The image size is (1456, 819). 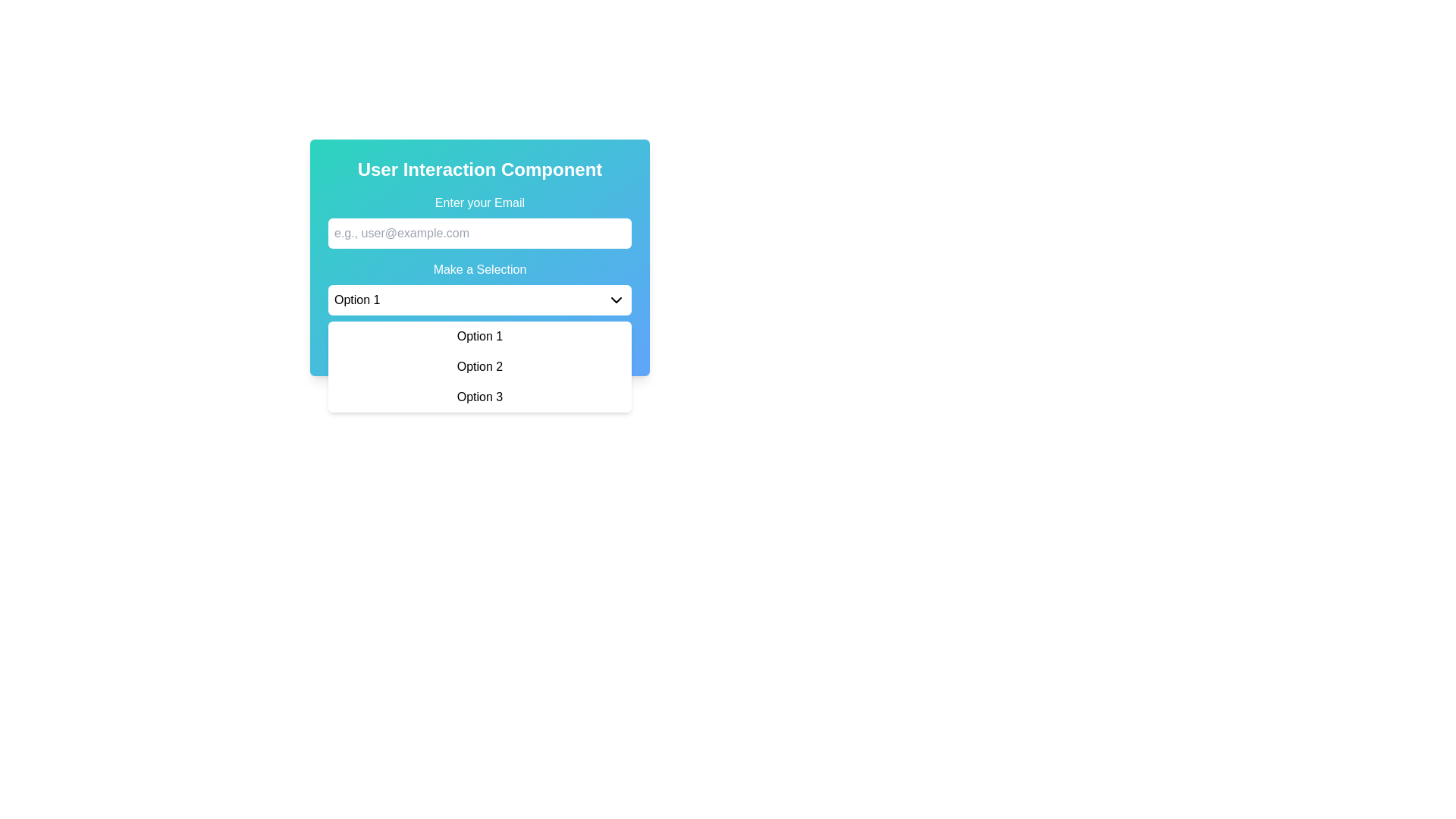 I want to click on the third option in the dropdown list, labeled 'Option 3', so click(x=479, y=397).